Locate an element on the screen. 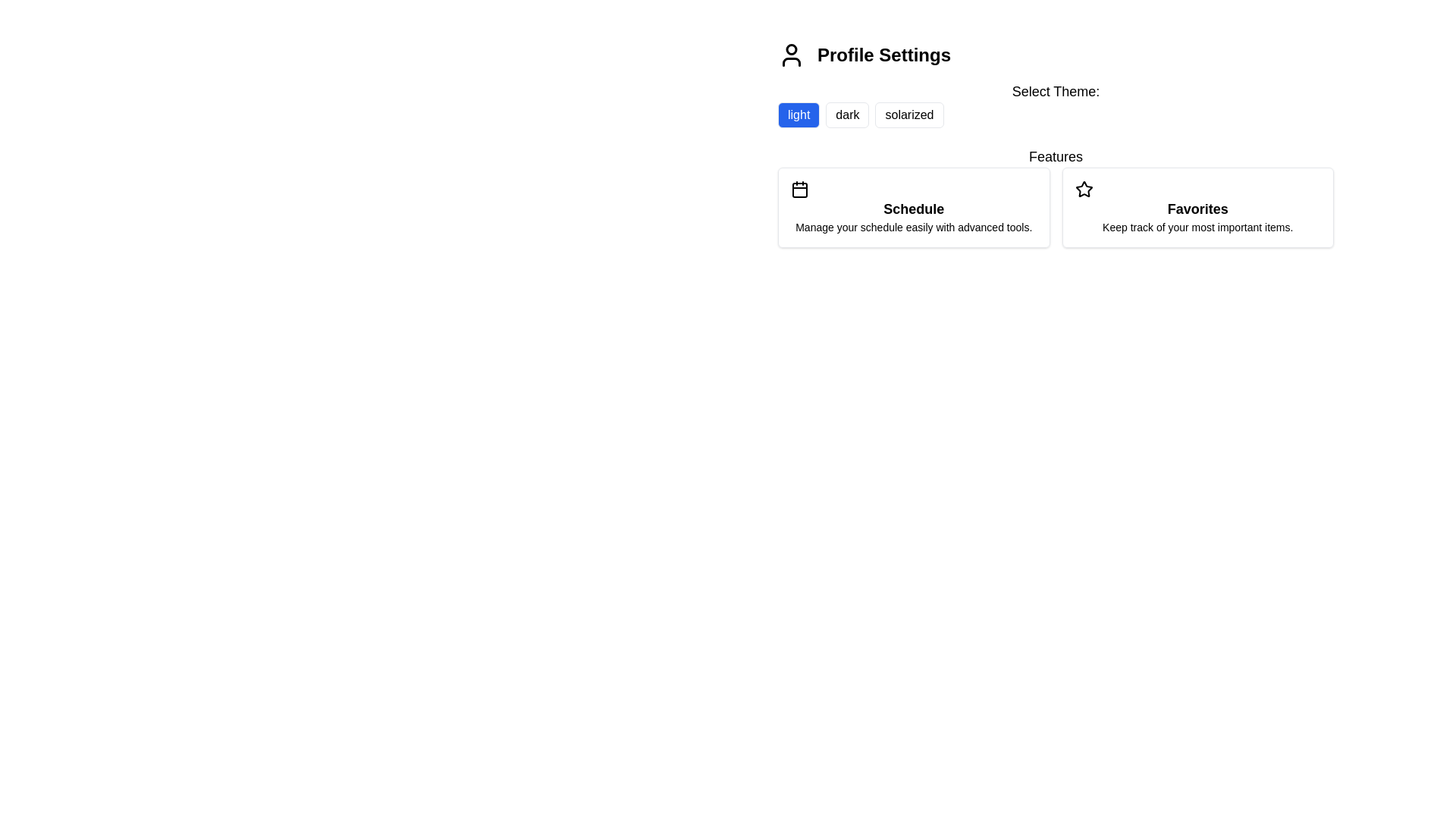 This screenshot has height=819, width=1456. the SVG rectangle within the calendar icon that represents the calendar's body, located centrally within the first card of the 'Features' section, to the left of the 'Schedule' text is located at coordinates (799, 189).